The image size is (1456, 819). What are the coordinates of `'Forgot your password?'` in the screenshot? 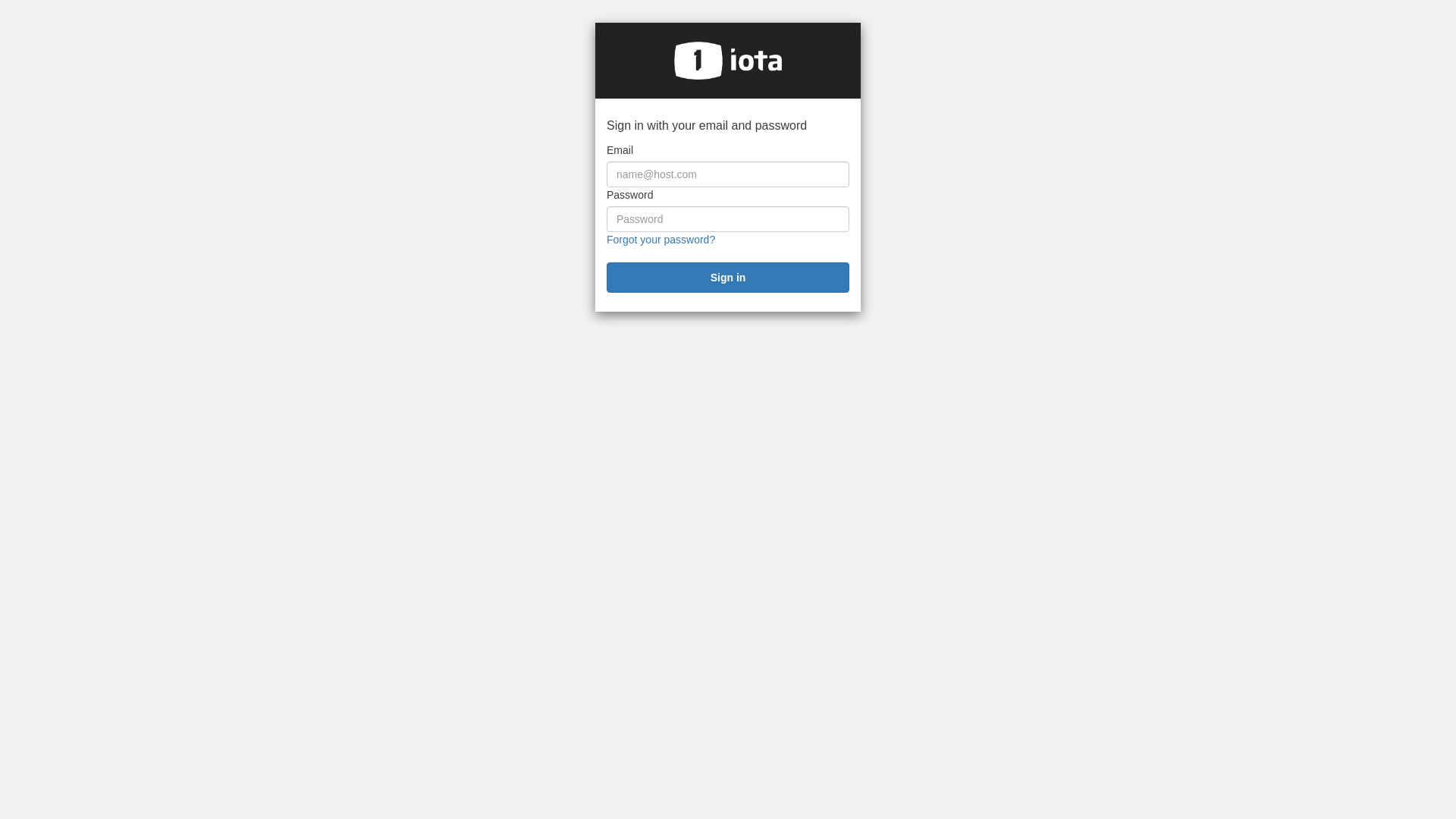 It's located at (661, 239).